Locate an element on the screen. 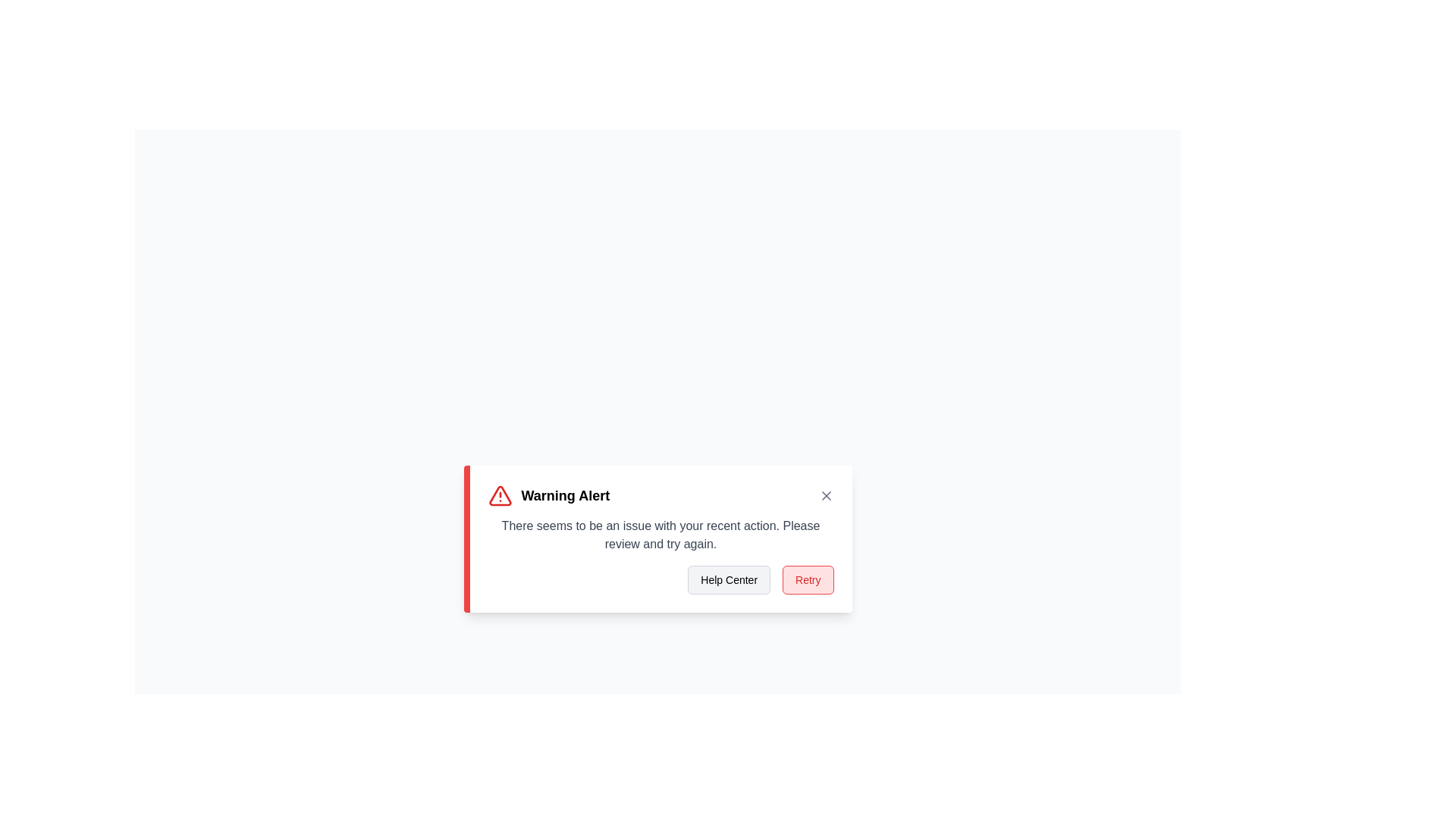  the close button to dismiss the alert is located at coordinates (825, 496).